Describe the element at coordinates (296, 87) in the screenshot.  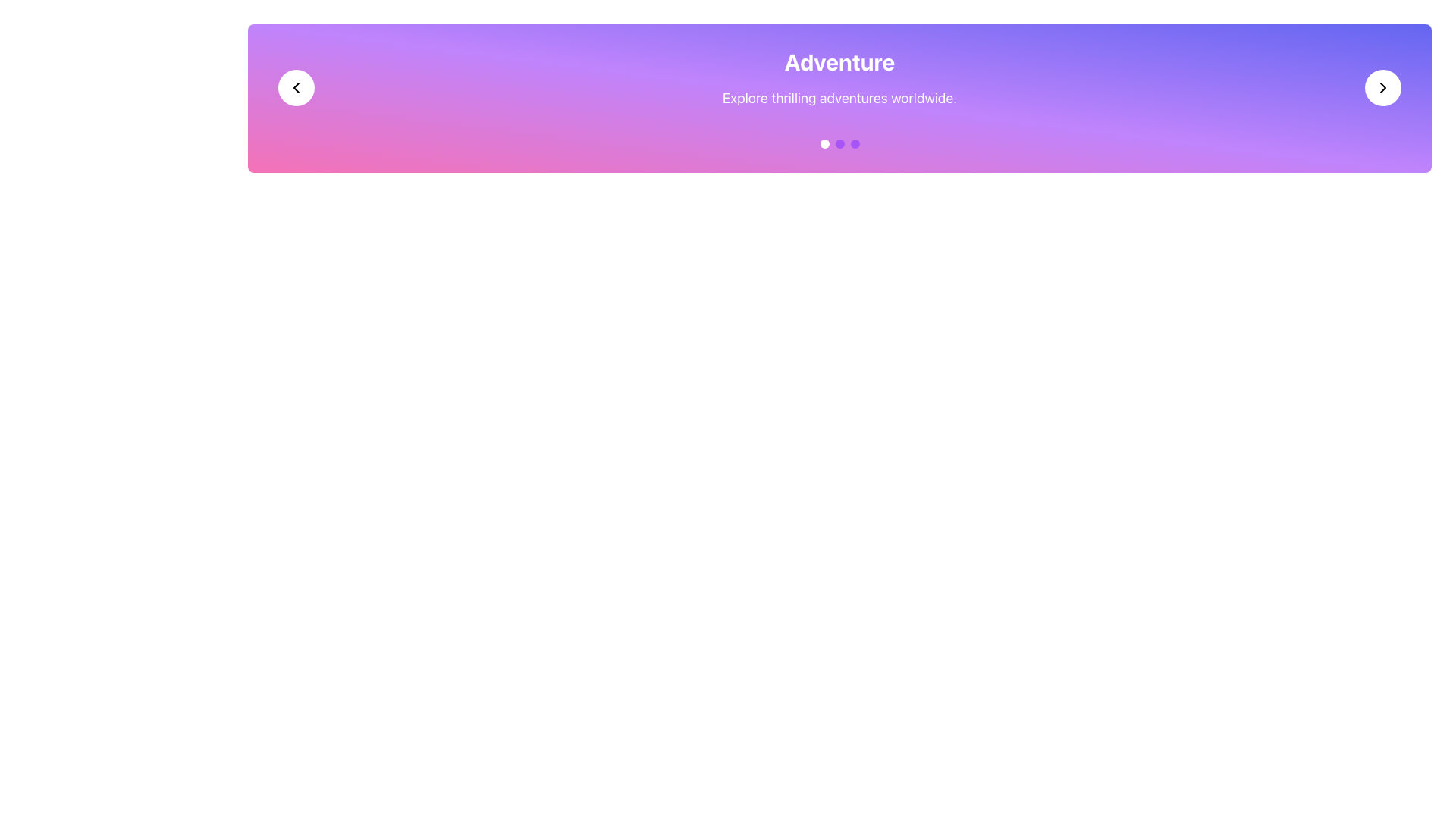
I see `the circular button with a white background and black left-pointing chevron icon` at that location.